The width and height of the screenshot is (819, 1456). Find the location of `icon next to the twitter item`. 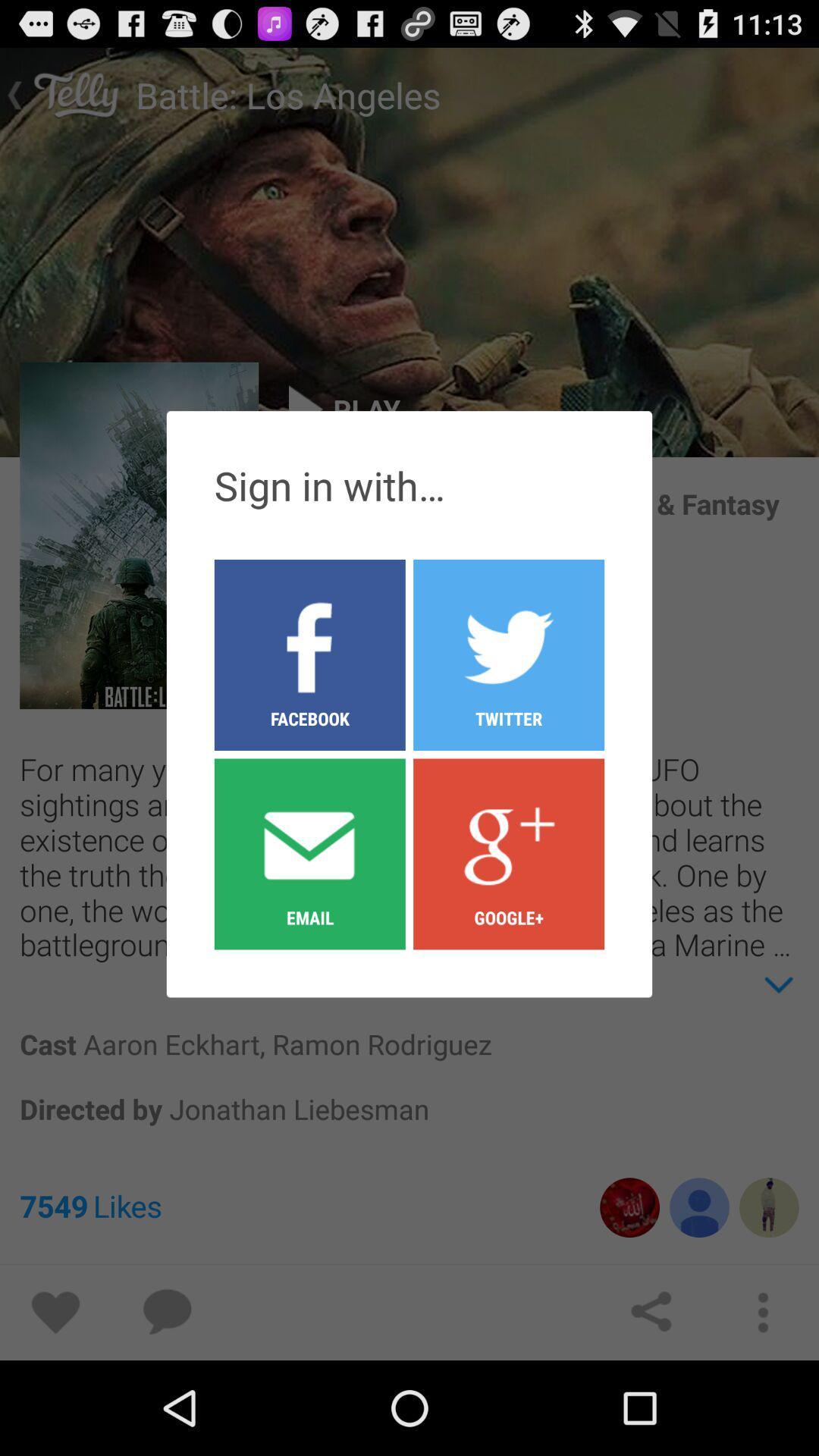

icon next to the twitter item is located at coordinates (309, 853).